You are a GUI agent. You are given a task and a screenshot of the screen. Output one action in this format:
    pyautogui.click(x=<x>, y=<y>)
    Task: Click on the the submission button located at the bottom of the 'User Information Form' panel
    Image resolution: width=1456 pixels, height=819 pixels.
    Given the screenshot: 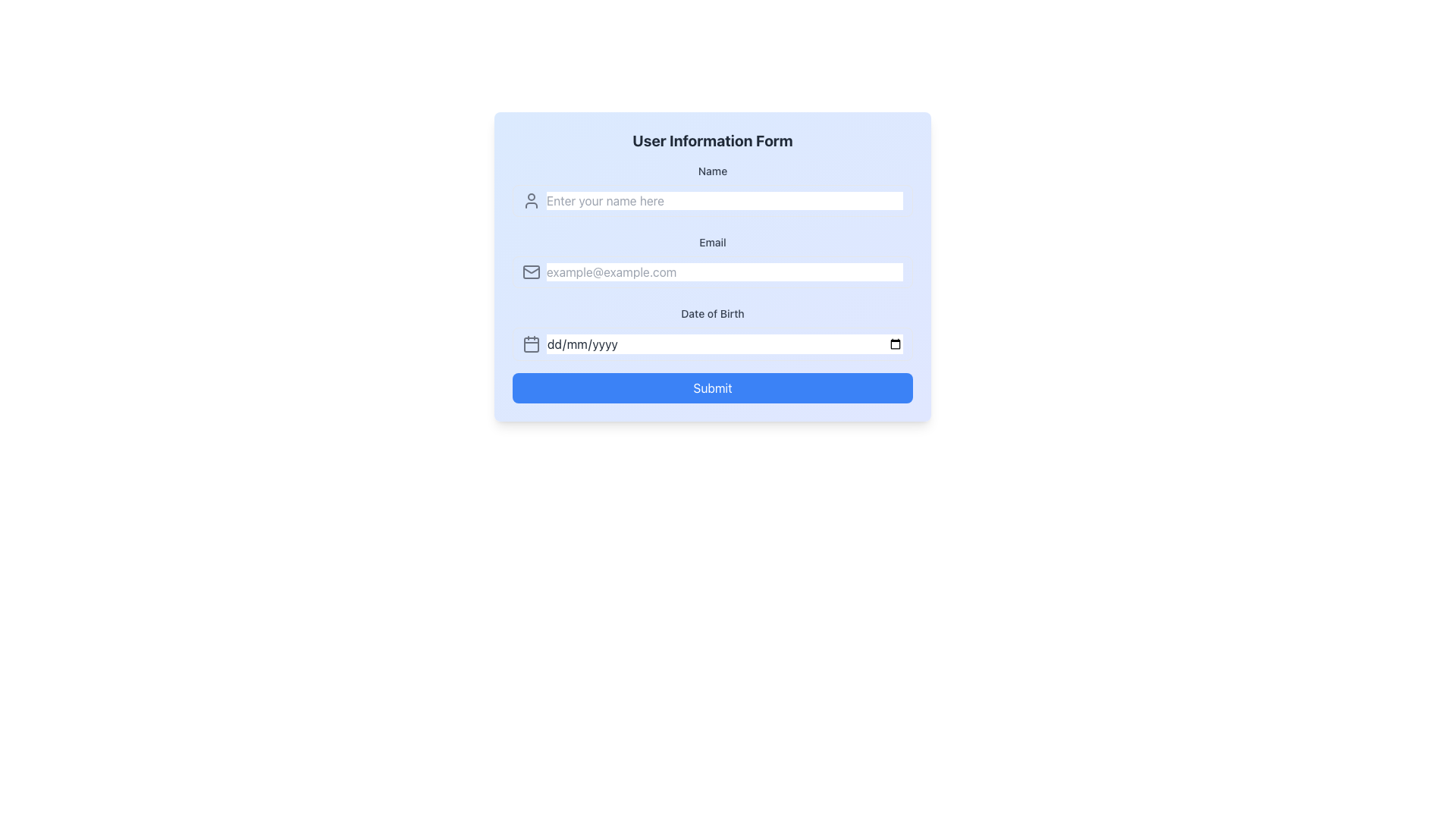 What is the action you would take?
    pyautogui.click(x=712, y=388)
    